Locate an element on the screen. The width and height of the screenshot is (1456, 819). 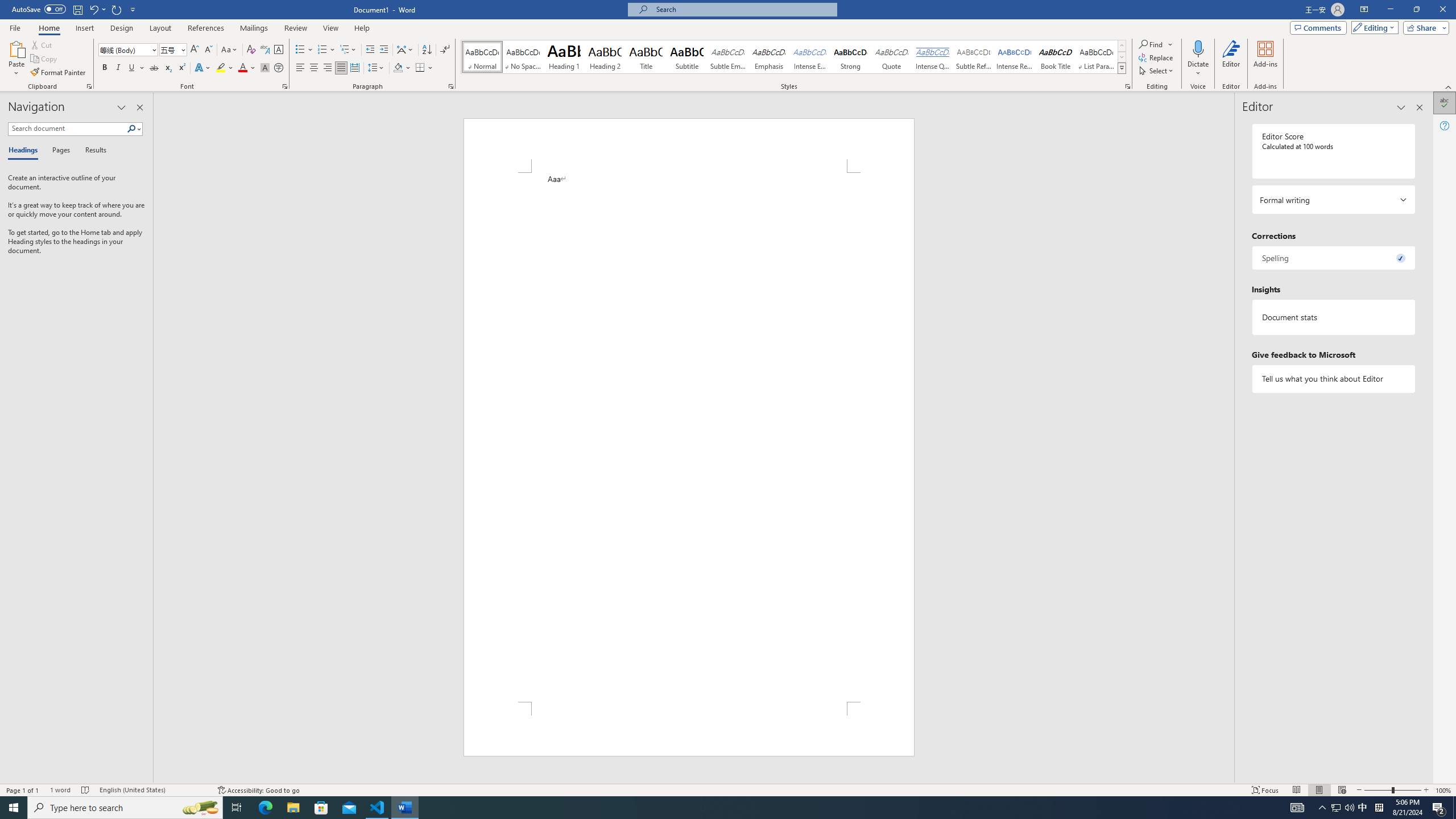
'Undo Increase Indent' is located at coordinates (93, 9).